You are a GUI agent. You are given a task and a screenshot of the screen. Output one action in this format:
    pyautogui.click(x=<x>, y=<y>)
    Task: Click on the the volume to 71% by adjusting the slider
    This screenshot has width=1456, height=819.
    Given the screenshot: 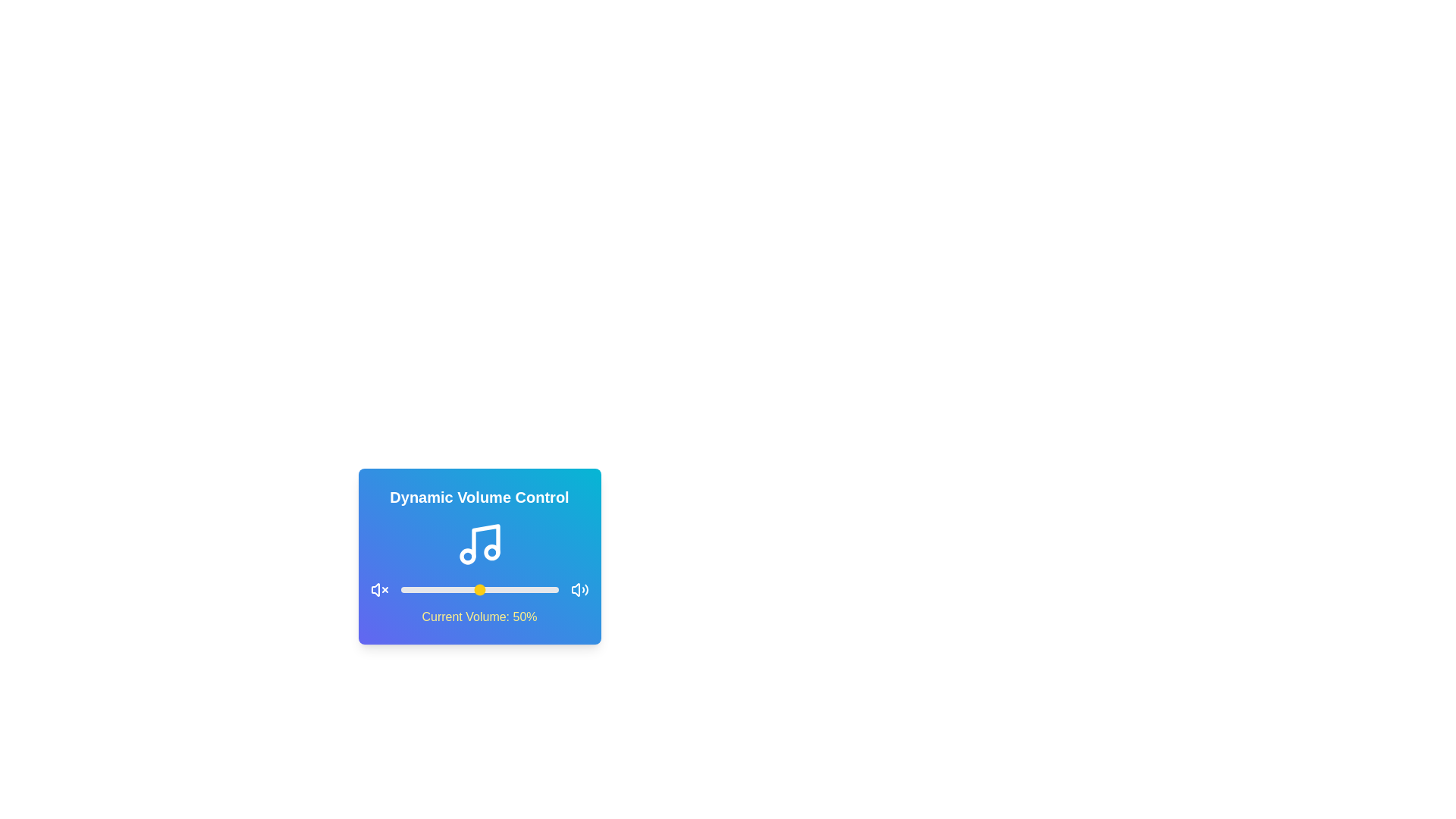 What is the action you would take?
    pyautogui.click(x=513, y=589)
    